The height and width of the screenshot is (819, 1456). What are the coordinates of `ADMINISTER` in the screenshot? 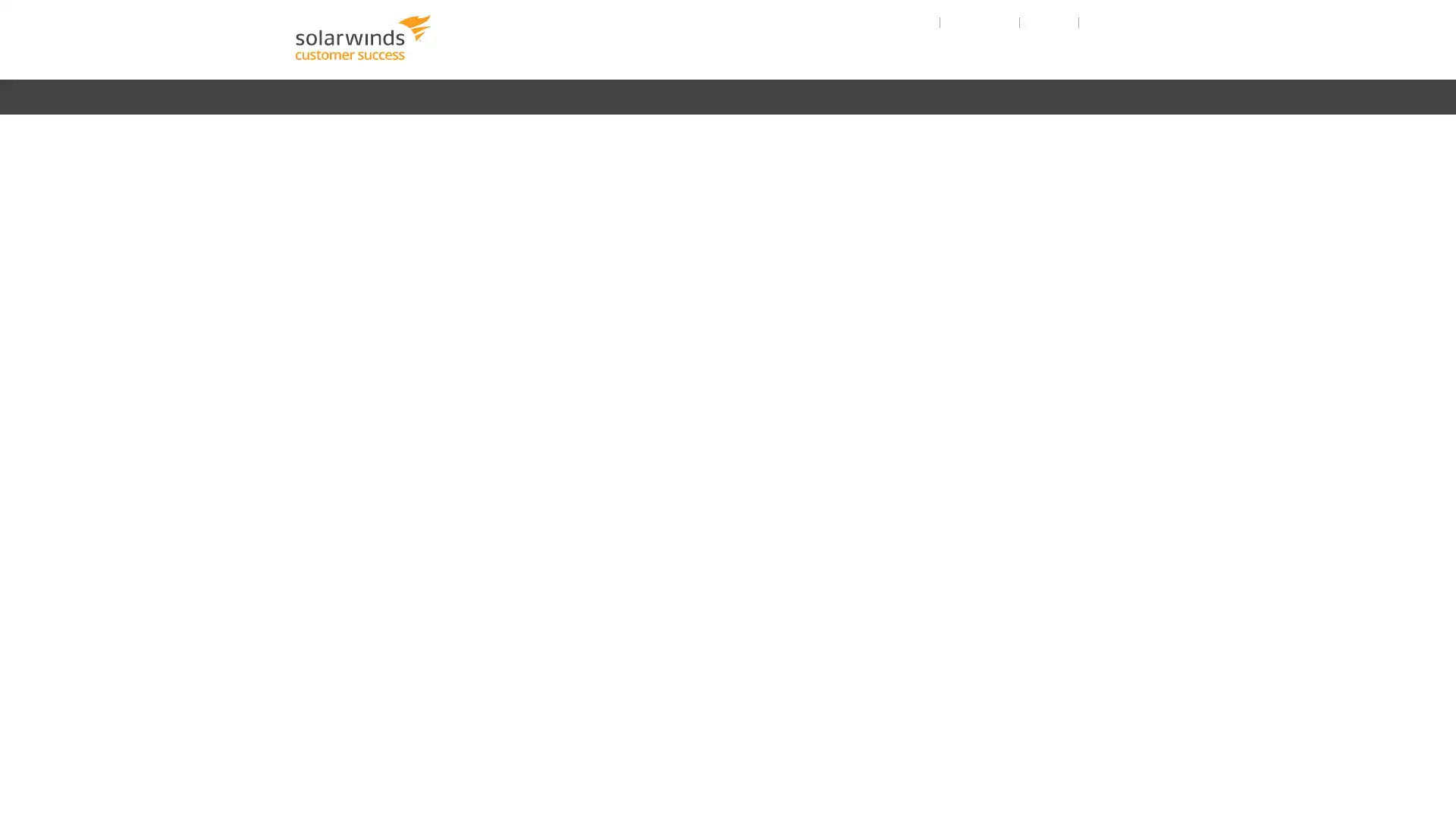 It's located at (720, 274).